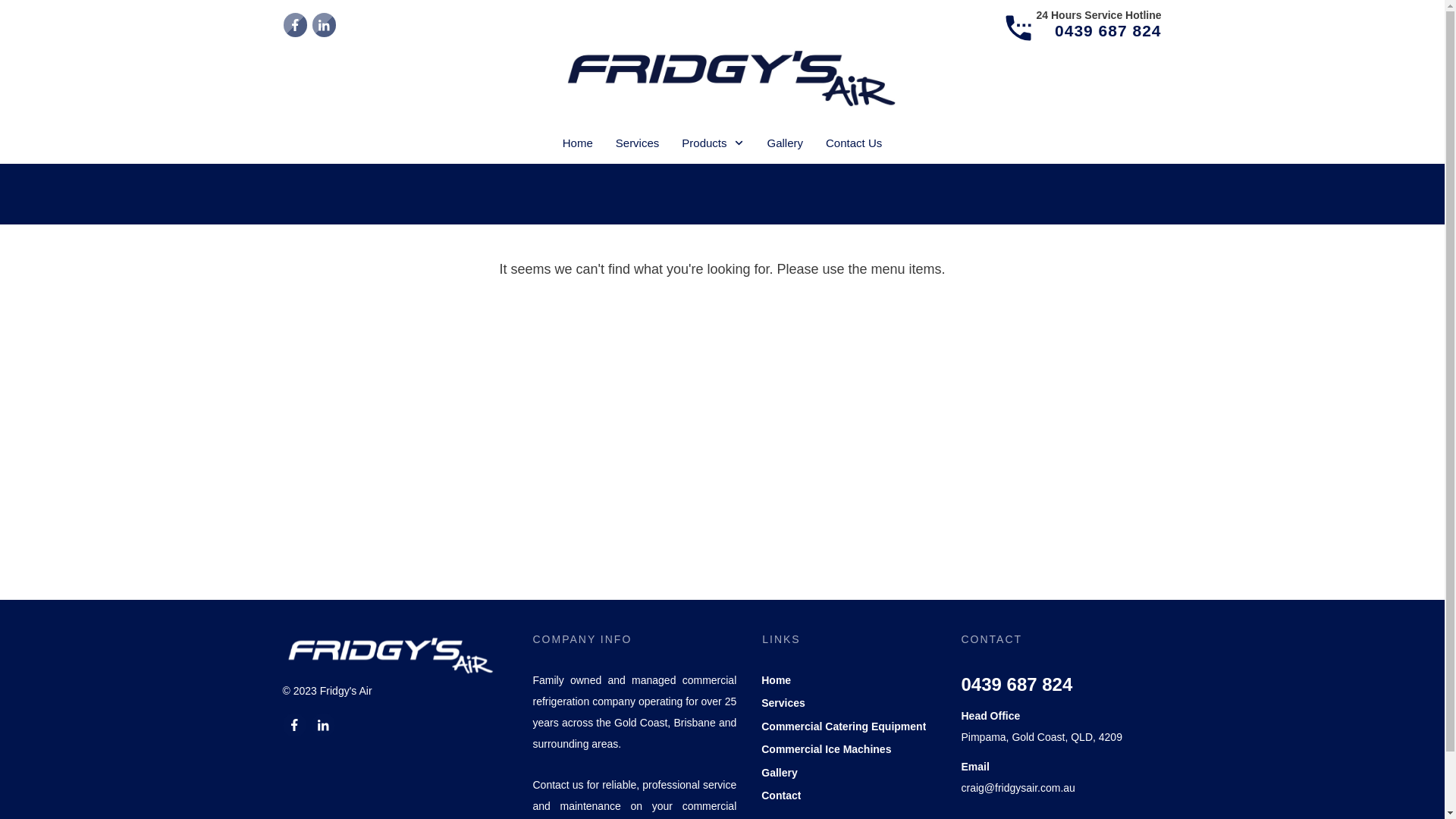 This screenshot has width=1456, height=819. What do you see at coordinates (761, 748) in the screenshot?
I see `'Commercial Ice Machines'` at bounding box center [761, 748].